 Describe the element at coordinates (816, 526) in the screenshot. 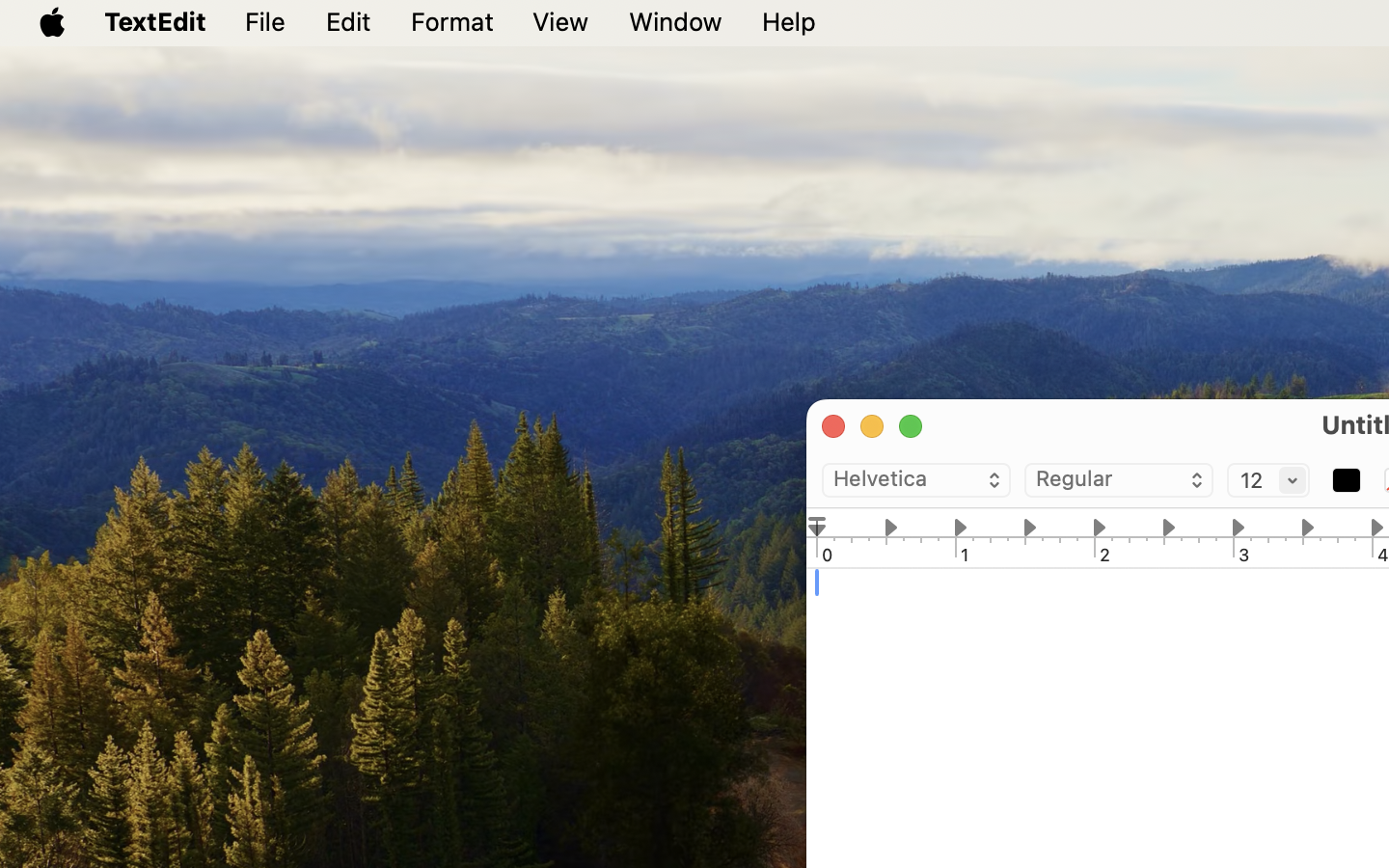

I see `'0.0'` at that location.